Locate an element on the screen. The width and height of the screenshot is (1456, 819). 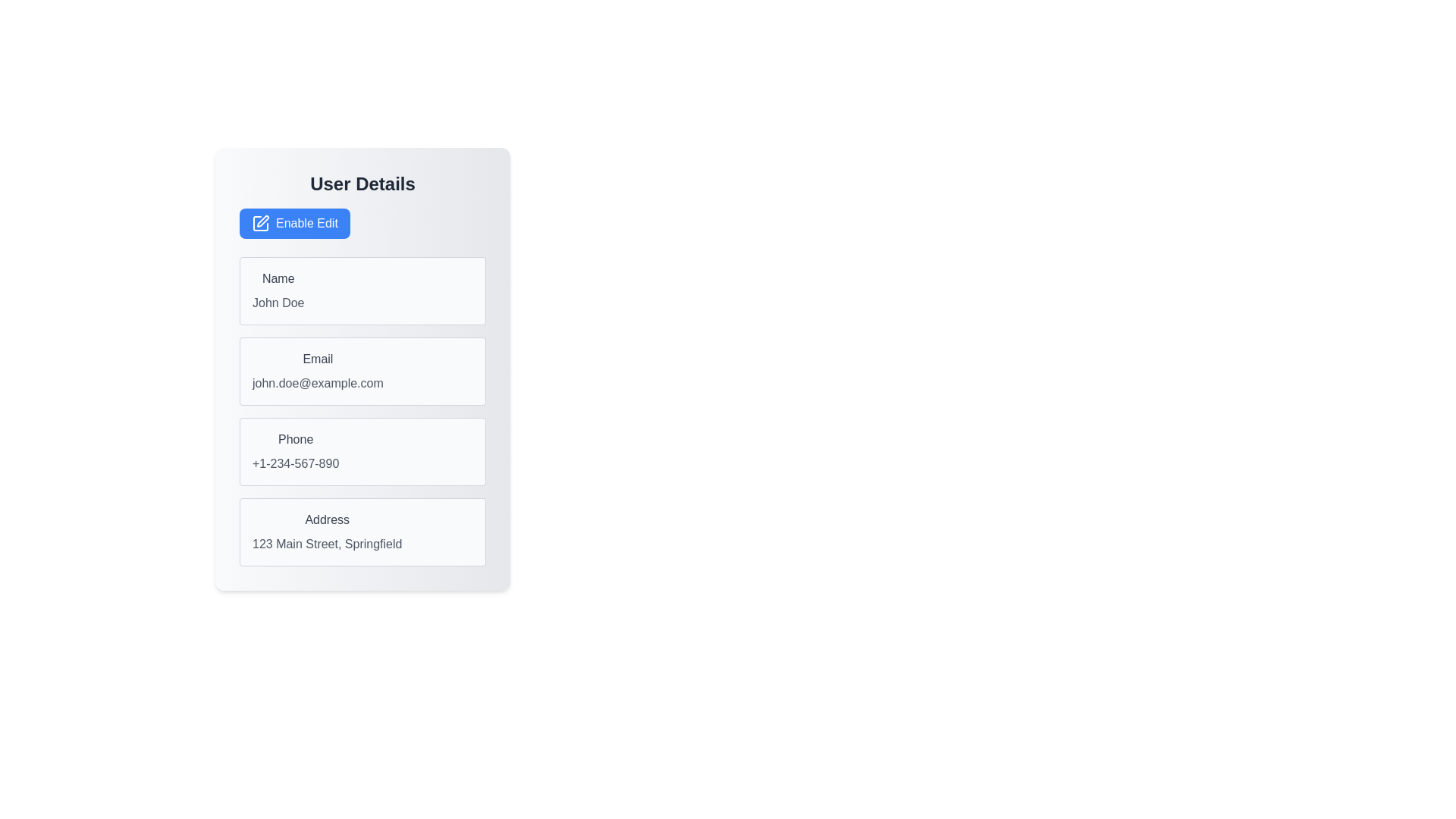
the edit action icon located in the top-left section of the 'Enable Edit' button within the 'User Details' form is located at coordinates (261, 223).